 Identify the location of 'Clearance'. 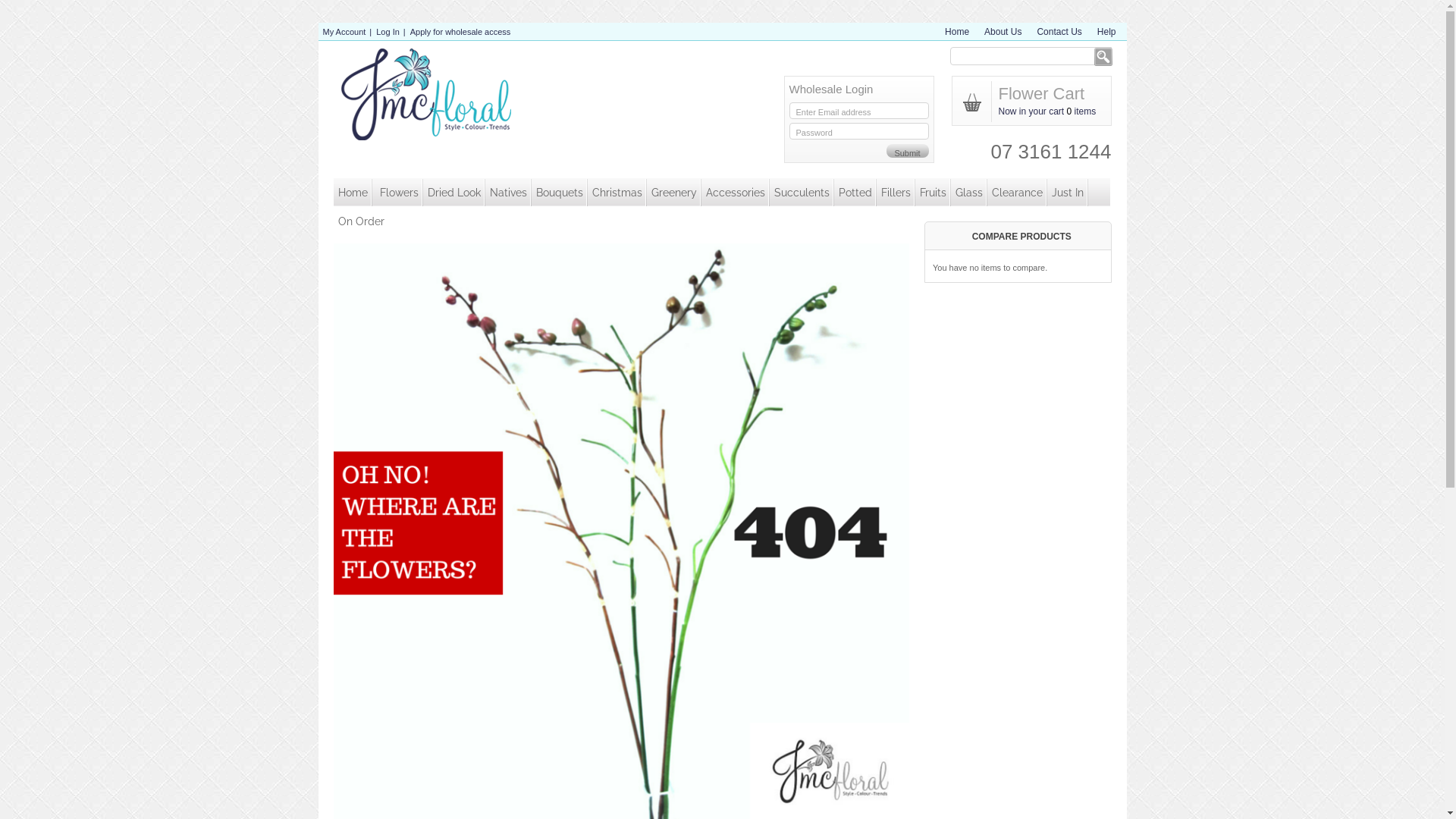
(1017, 192).